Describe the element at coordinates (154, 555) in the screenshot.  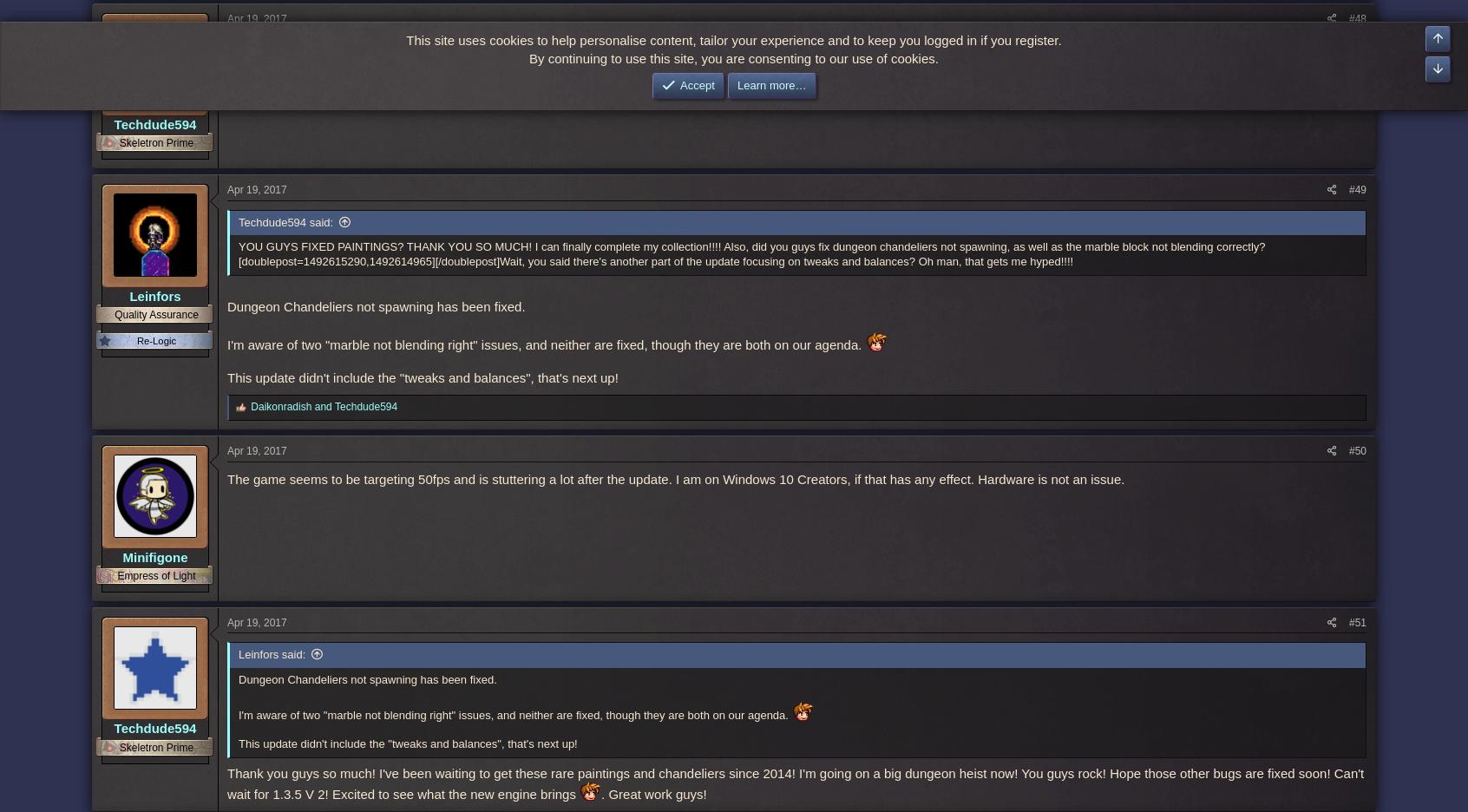
I see `'Minifigone'` at that location.